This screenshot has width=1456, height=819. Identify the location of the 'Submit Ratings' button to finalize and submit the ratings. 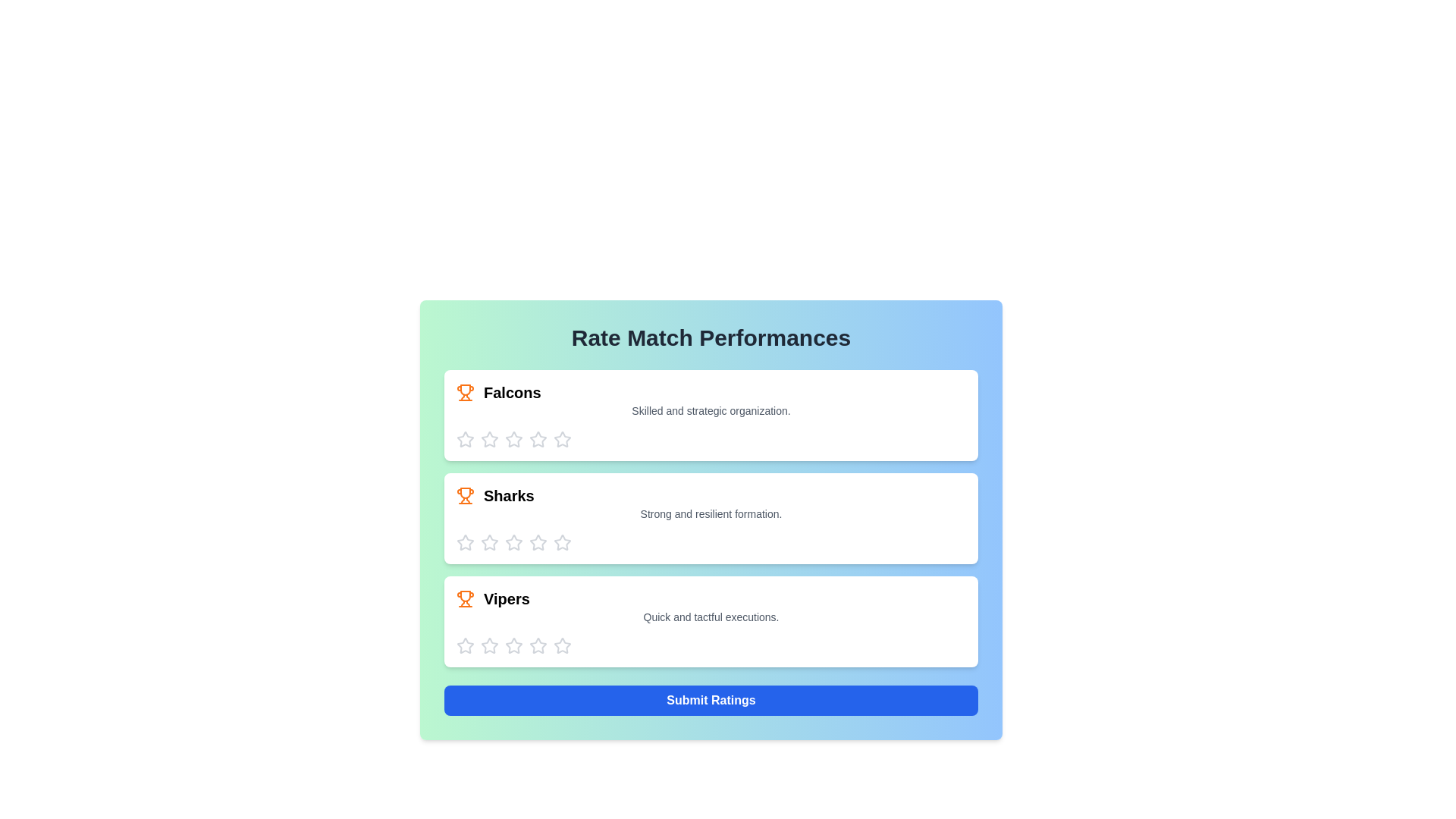
(710, 701).